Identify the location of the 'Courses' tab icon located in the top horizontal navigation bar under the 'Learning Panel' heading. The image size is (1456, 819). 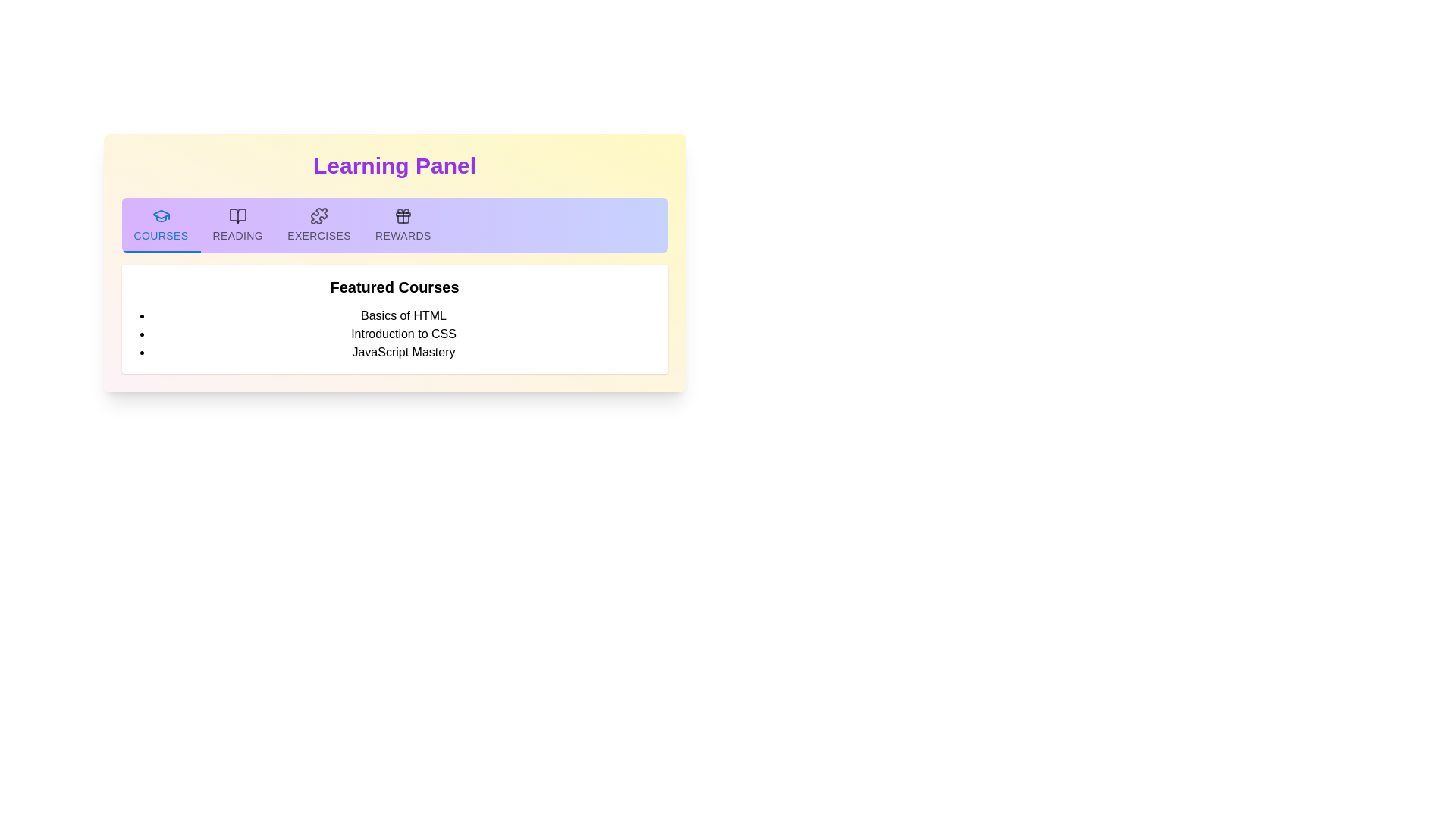
(161, 215).